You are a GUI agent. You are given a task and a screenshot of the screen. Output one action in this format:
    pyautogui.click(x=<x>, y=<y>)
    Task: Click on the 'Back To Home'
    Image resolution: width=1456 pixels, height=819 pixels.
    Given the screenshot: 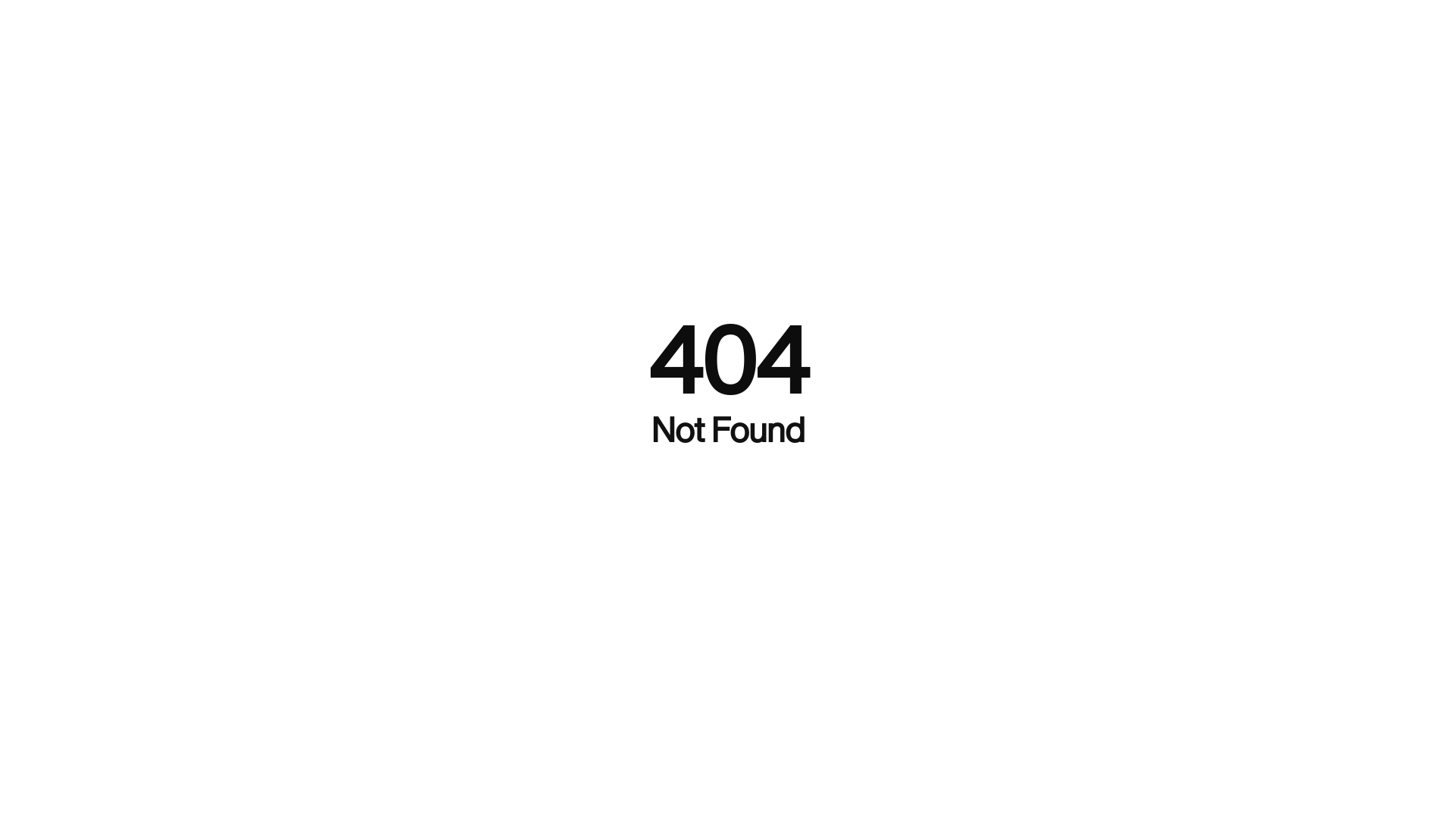 What is the action you would take?
    pyautogui.click(x=728, y=491)
    